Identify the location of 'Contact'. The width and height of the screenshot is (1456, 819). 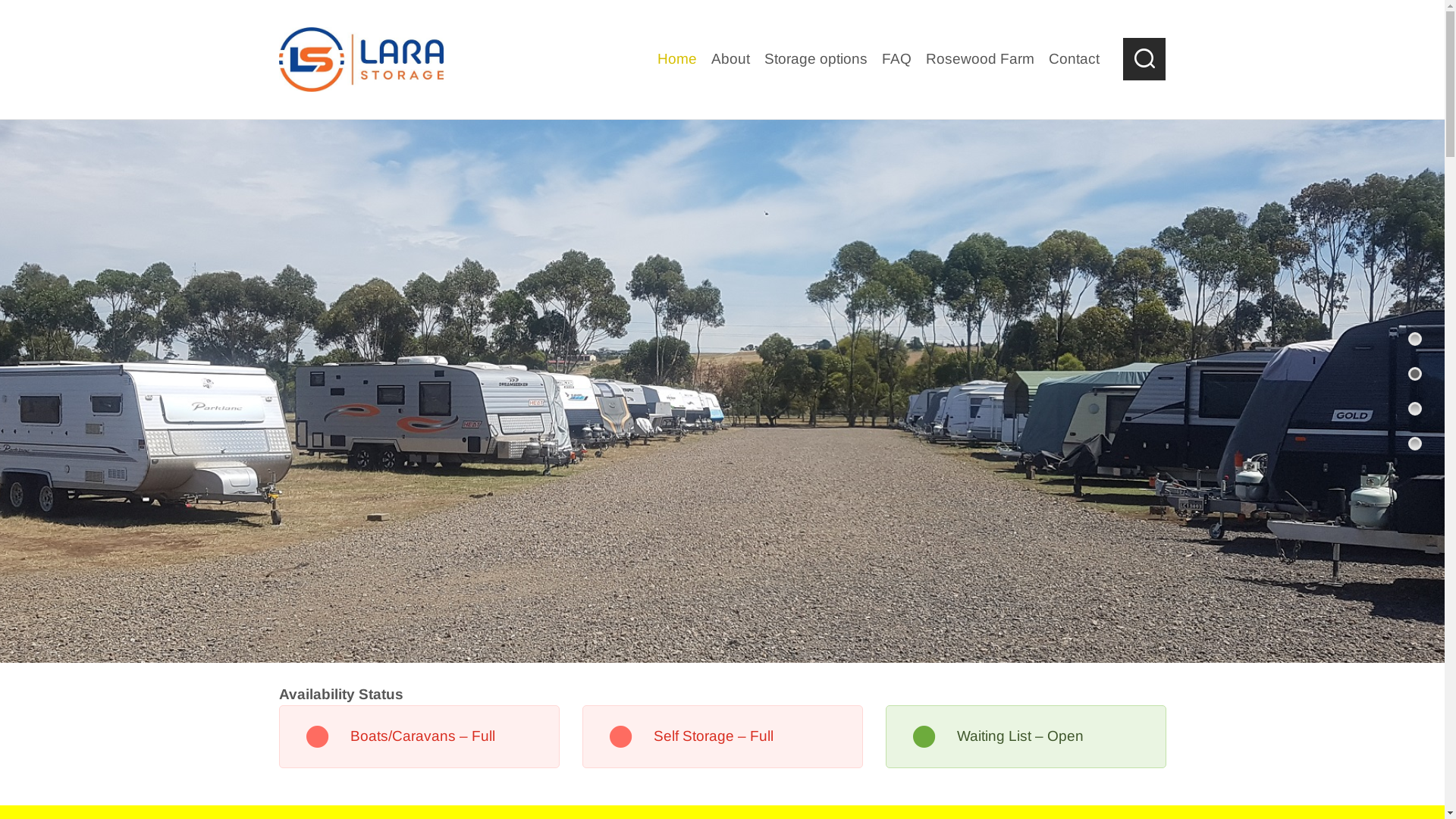
(1073, 58).